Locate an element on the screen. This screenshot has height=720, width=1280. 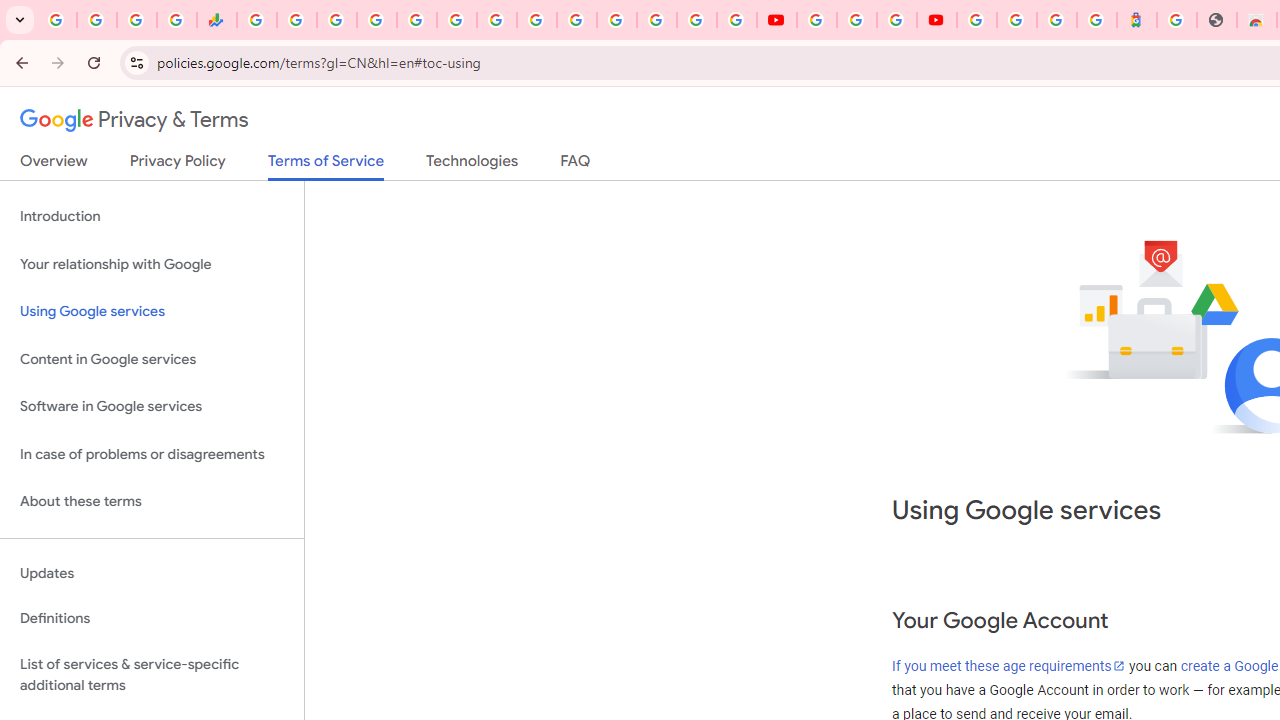
'Your relationship with Google' is located at coordinates (151, 263).